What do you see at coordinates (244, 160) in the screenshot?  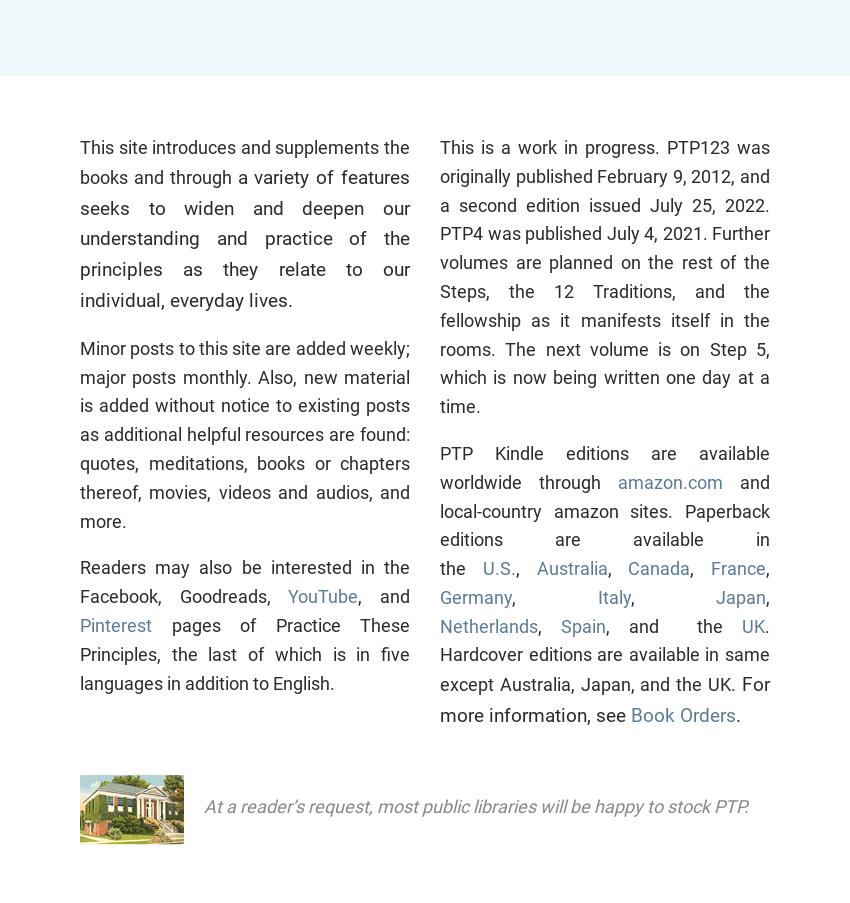 I see `'This site introduces and supplements the books and through'` at bounding box center [244, 160].